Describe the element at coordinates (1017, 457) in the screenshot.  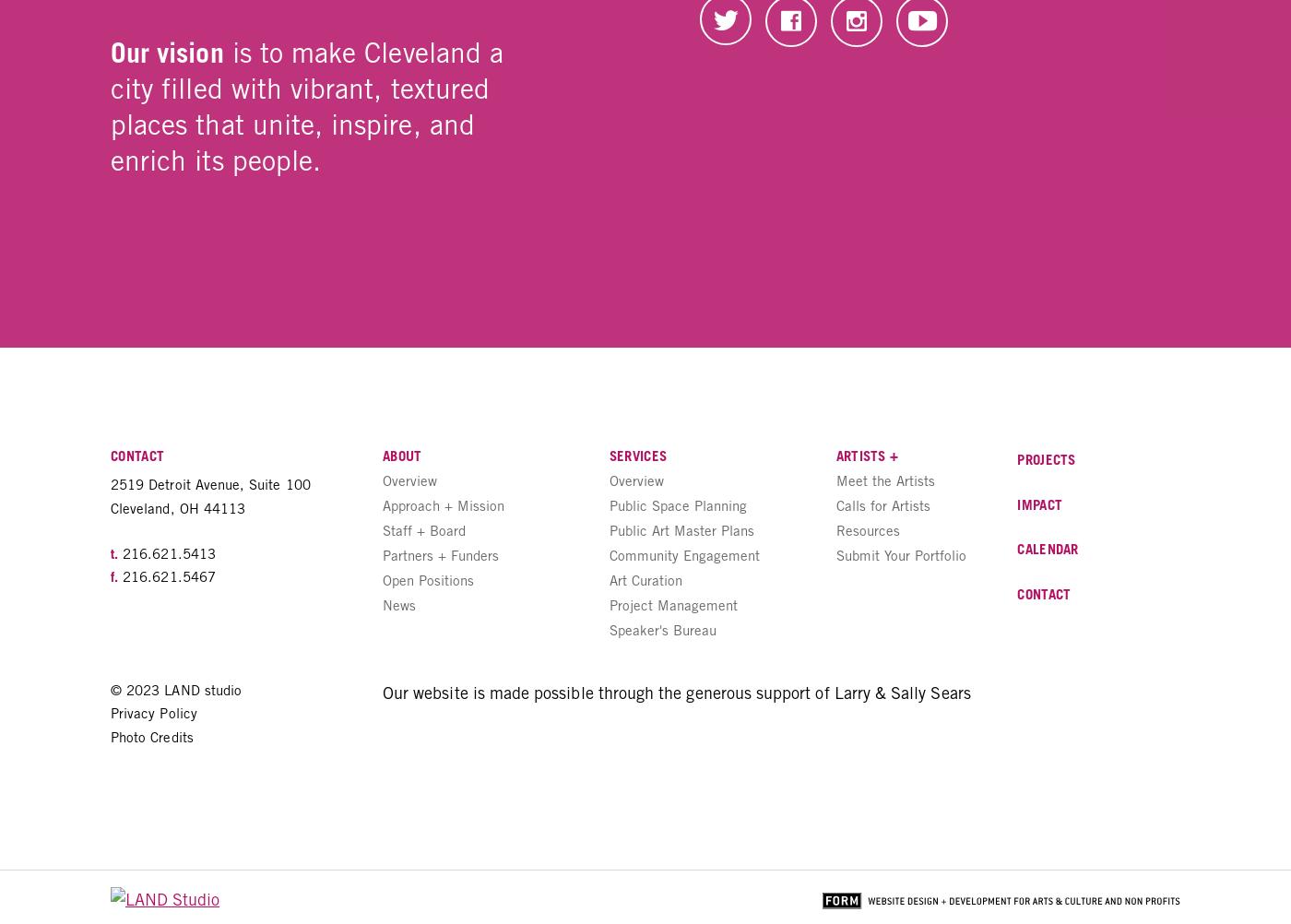
I see `'Projects'` at that location.